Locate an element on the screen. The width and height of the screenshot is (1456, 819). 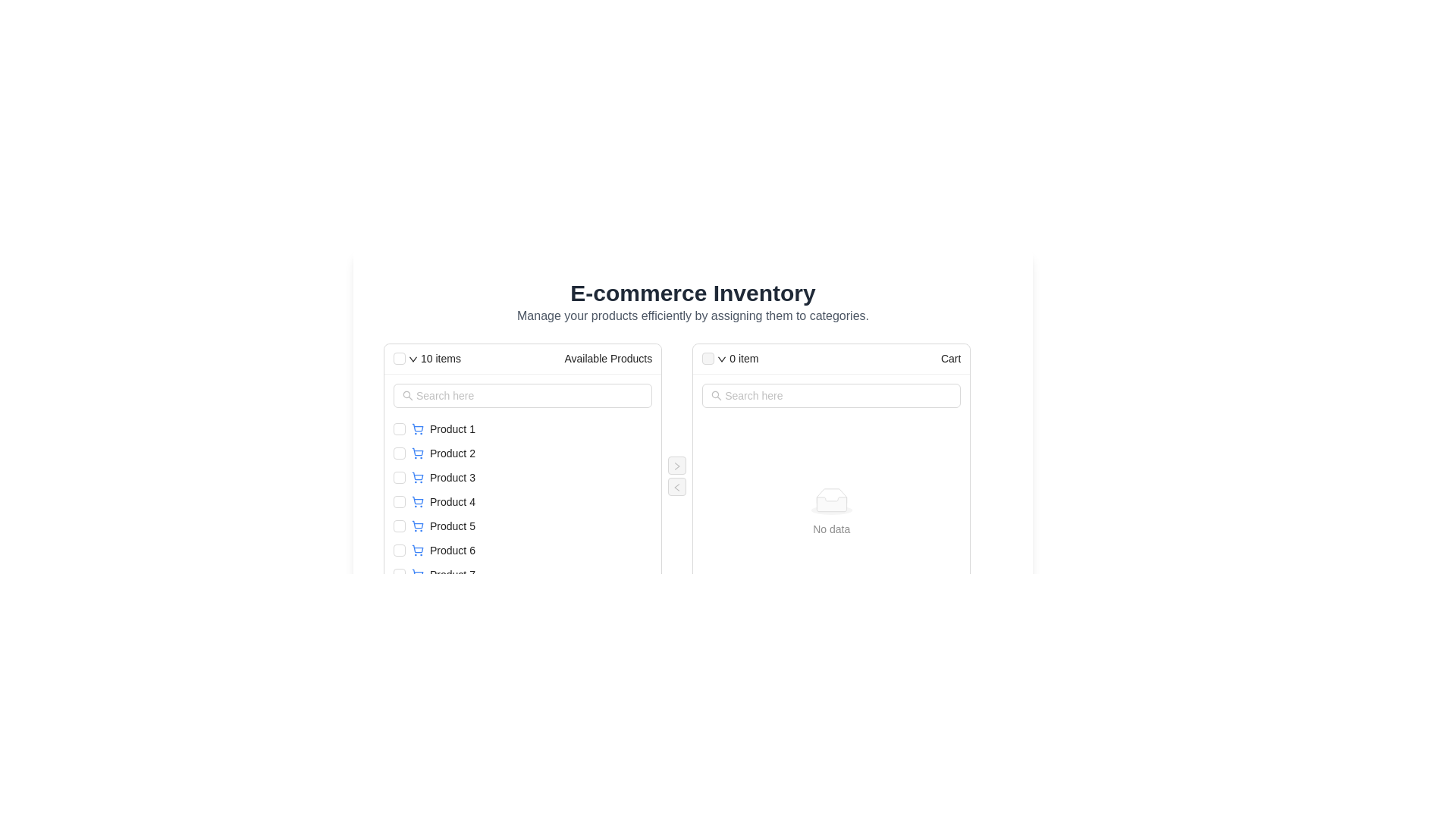
the search icon located on the left side of the input box in the 'Cart' panel, which indicates the search functionality is located at coordinates (716, 394).